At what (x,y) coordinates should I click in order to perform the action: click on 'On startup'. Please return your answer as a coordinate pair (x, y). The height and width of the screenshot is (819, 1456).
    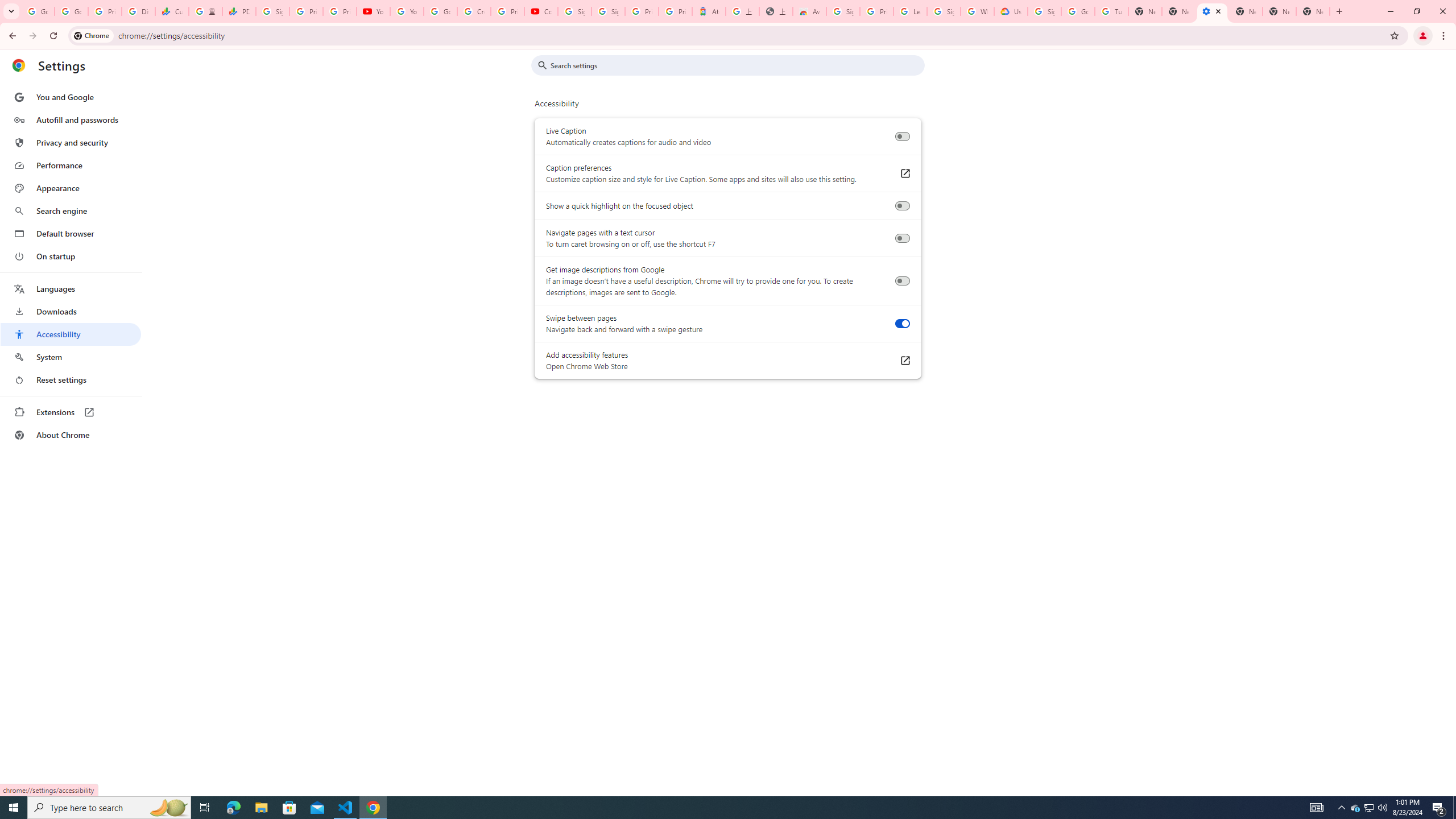
    Looking at the image, I should click on (70, 255).